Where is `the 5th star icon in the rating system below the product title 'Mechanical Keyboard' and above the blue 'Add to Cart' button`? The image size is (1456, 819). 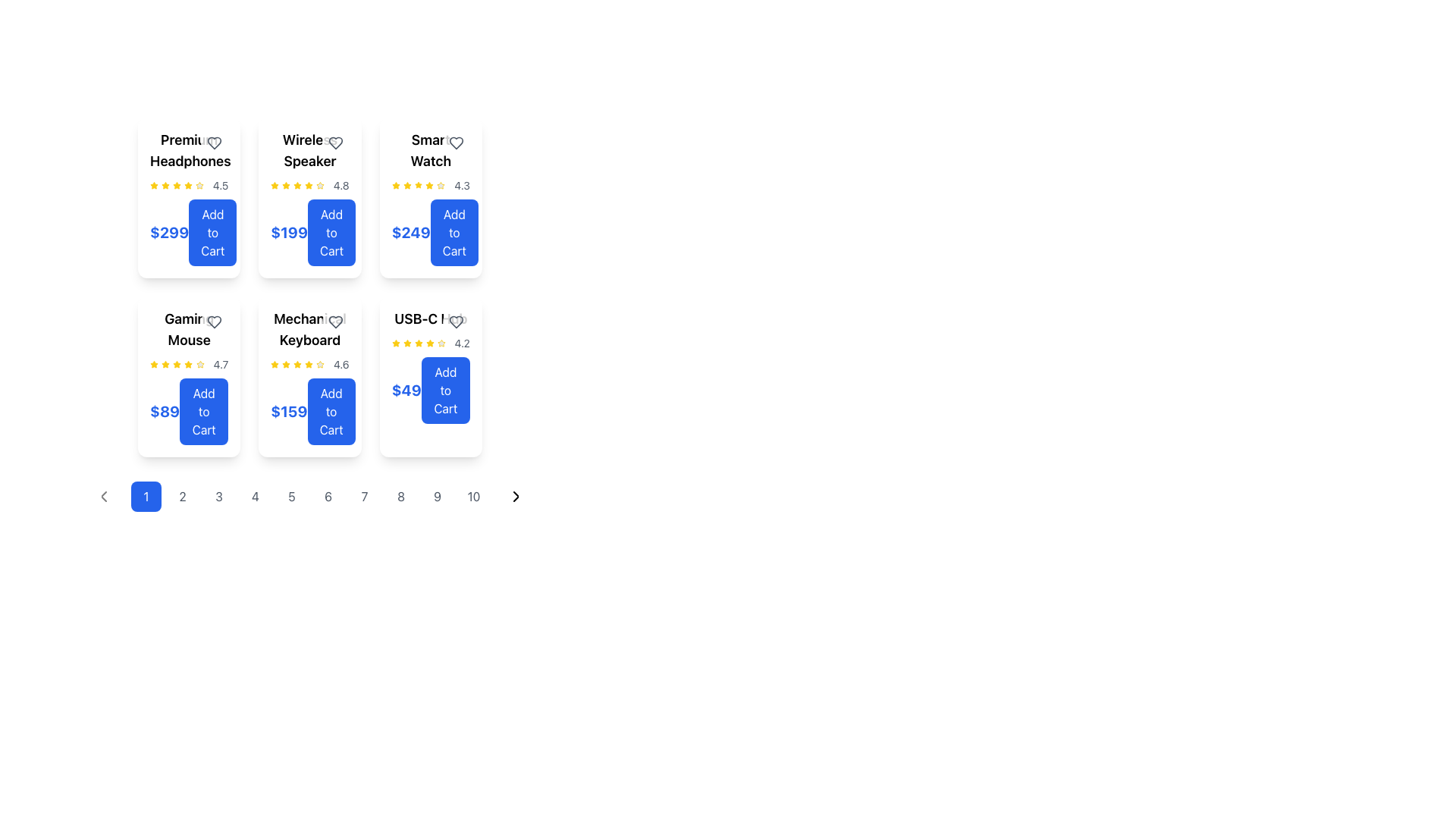 the 5th star icon in the rating system below the product title 'Mechanical Keyboard' and above the blue 'Add to Cart' button is located at coordinates (319, 365).